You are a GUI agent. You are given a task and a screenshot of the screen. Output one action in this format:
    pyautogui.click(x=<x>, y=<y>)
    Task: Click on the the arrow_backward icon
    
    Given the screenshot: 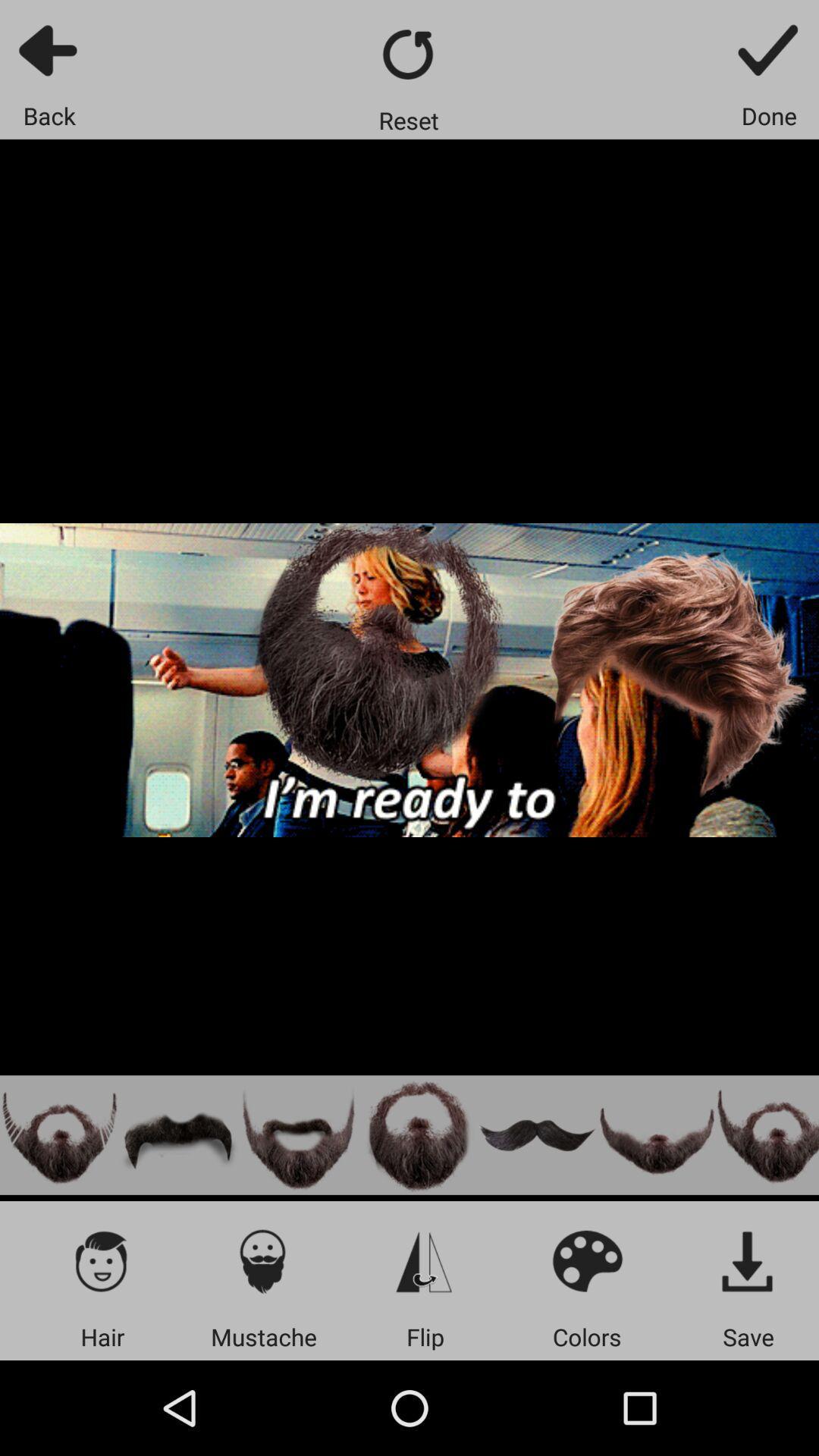 What is the action you would take?
    pyautogui.click(x=49, y=49)
    